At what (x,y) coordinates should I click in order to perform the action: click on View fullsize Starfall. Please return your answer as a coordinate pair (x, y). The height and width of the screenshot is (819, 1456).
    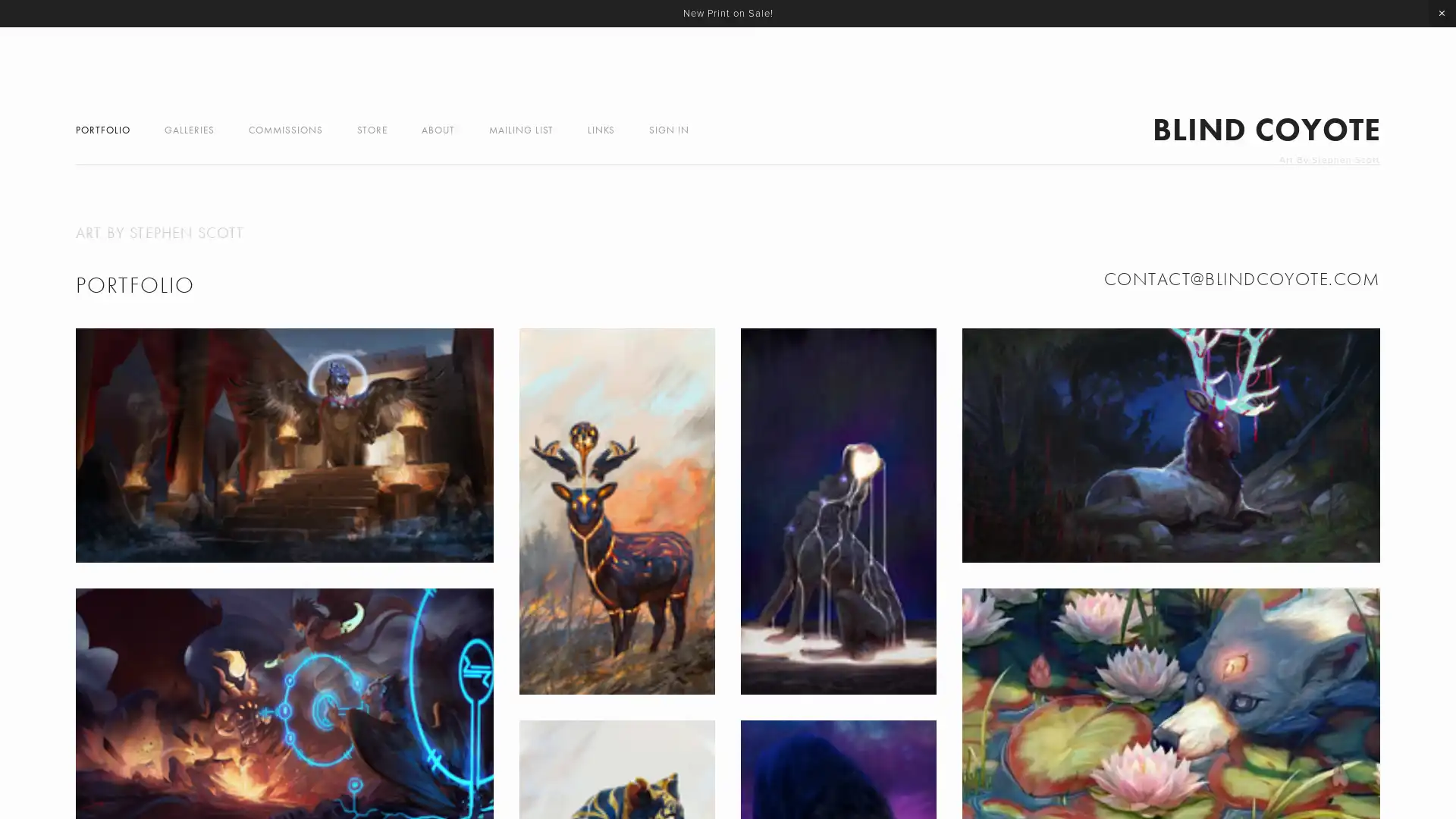
    Looking at the image, I should click on (837, 511).